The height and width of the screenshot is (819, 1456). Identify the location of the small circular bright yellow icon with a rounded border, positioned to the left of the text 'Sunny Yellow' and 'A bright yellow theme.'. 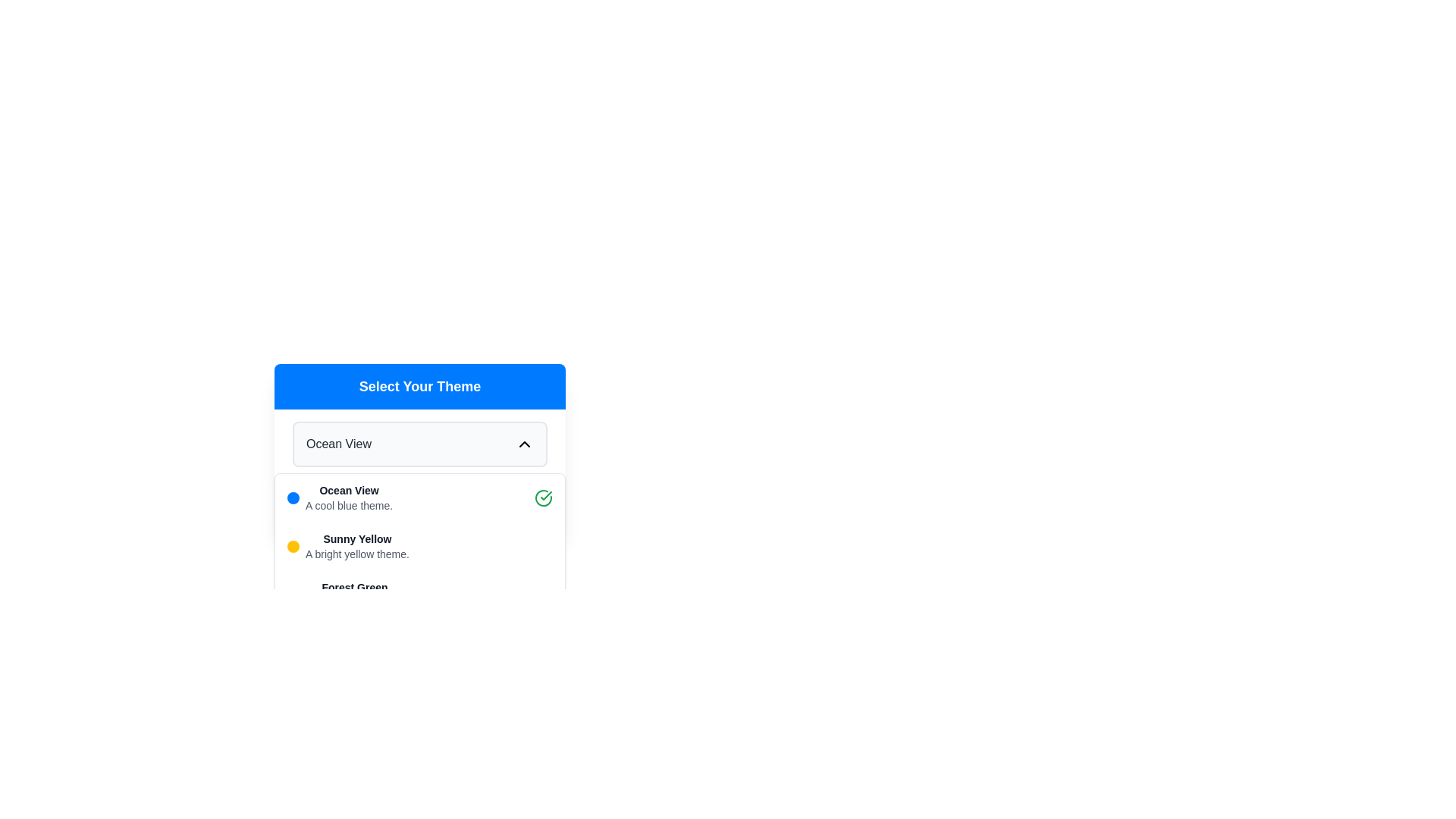
(293, 547).